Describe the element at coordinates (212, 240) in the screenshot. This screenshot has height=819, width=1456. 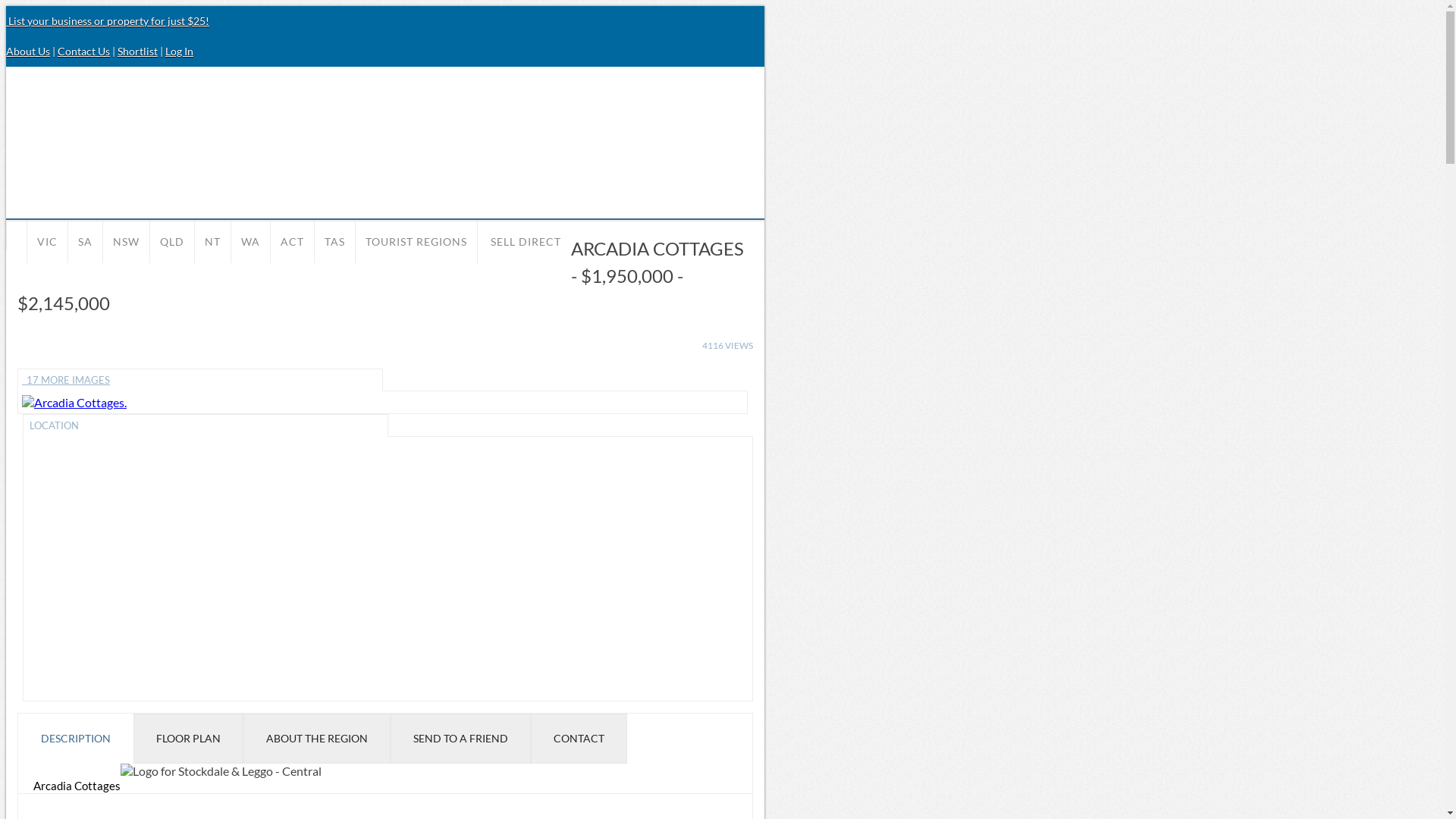
I see `'NT'` at that location.